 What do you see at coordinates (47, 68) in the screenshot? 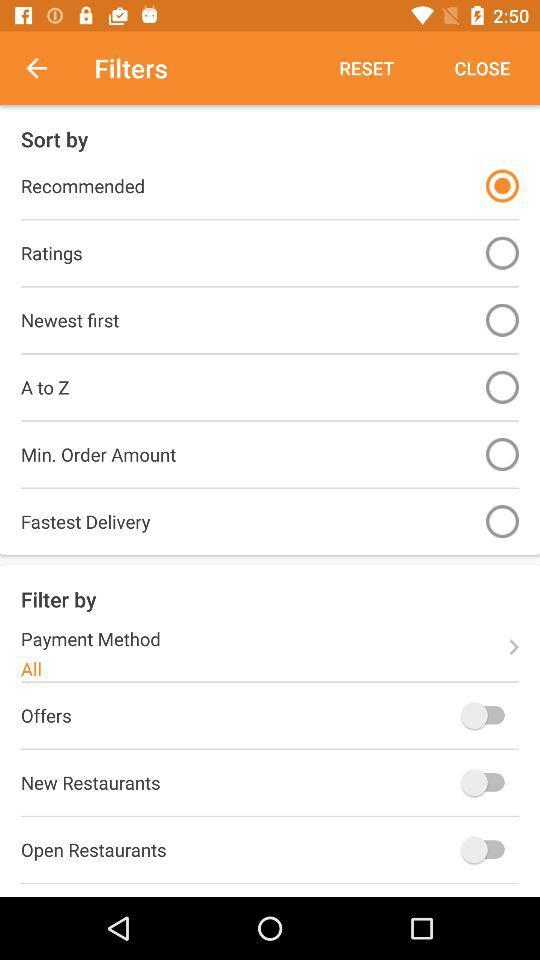
I see `go back` at bounding box center [47, 68].